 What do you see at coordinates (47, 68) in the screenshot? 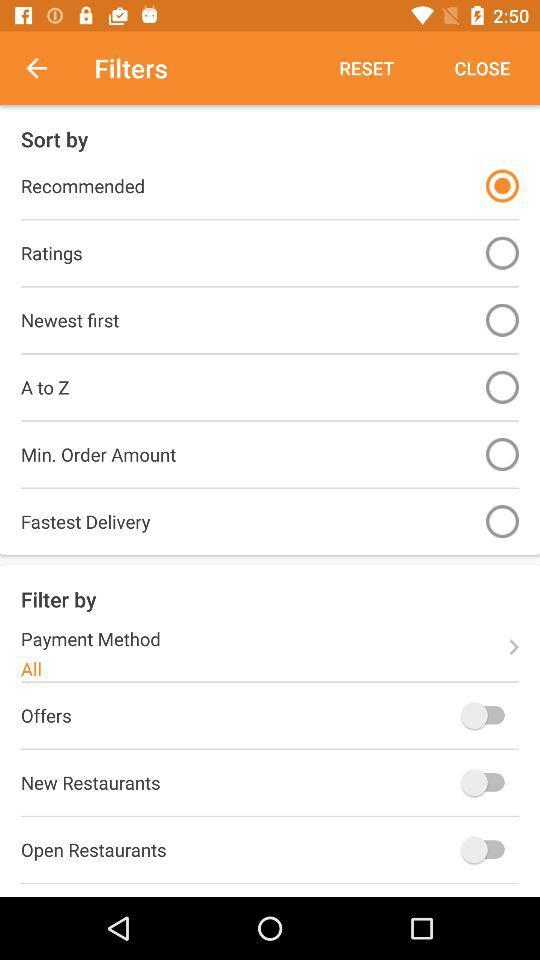
I see `go back` at bounding box center [47, 68].